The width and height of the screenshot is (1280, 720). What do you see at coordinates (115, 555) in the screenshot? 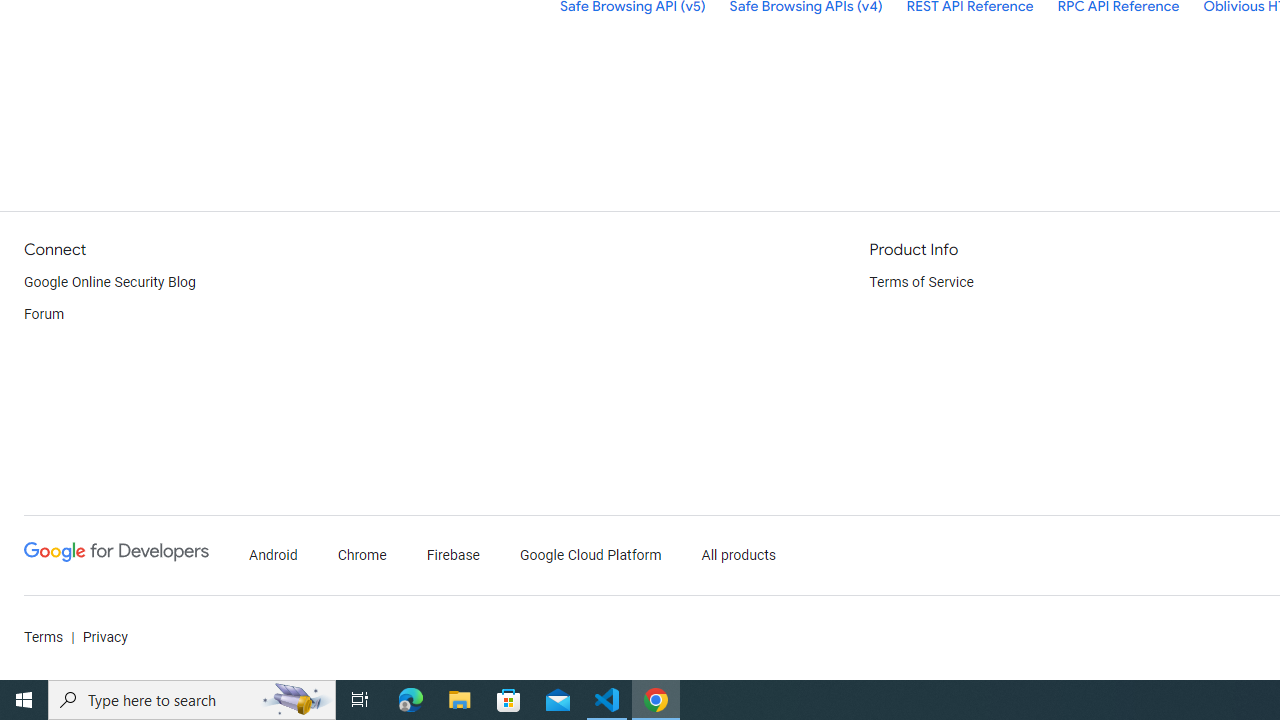
I see `'Google Developers'` at bounding box center [115, 555].